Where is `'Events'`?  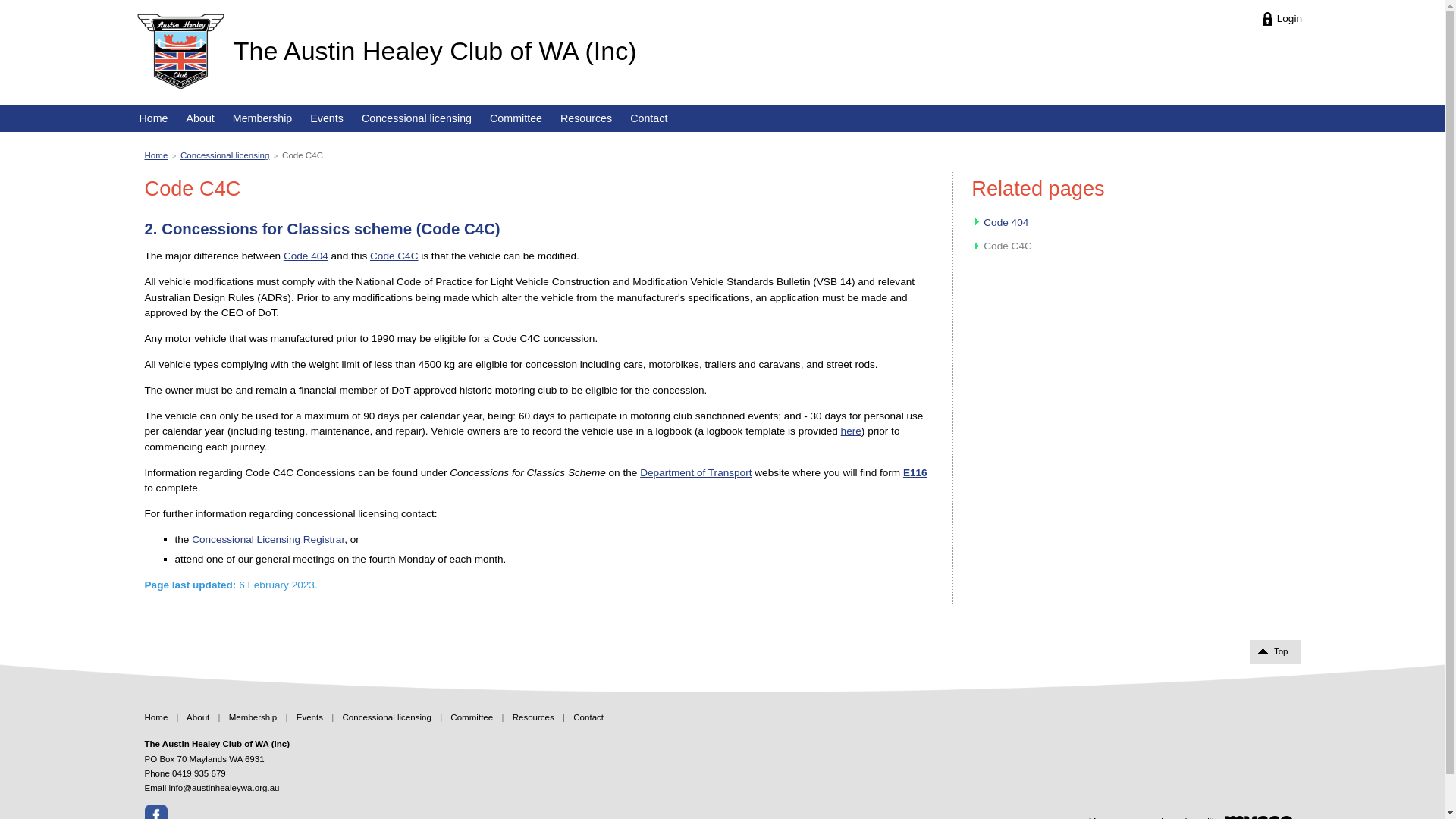
'Events' is located at coordinates (301, 117).